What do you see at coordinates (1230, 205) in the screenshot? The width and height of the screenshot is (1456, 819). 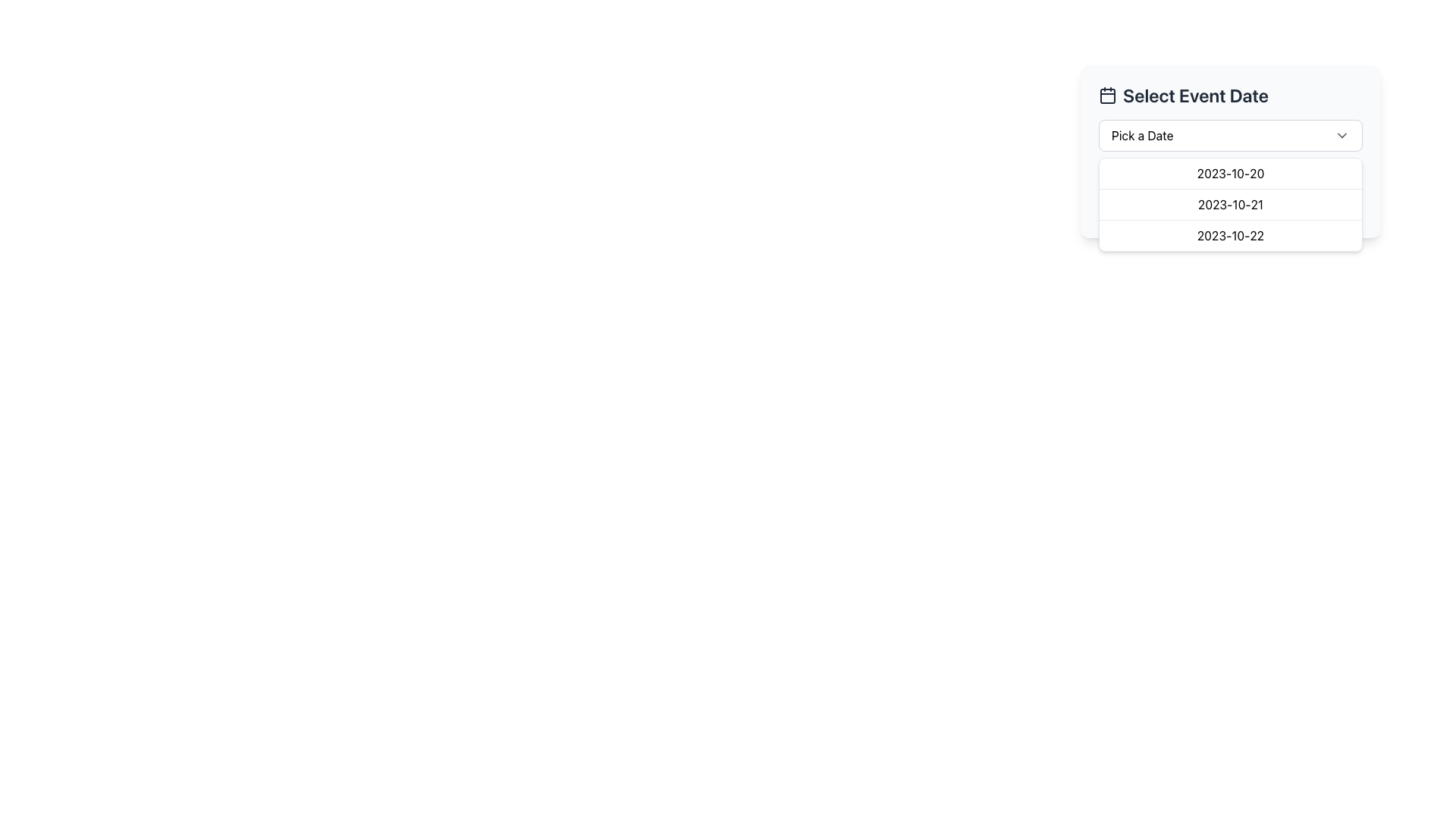 I see `the second entry in the dropdown list displaying the date '2023-10-21'` at bounding box center [1230, 205].